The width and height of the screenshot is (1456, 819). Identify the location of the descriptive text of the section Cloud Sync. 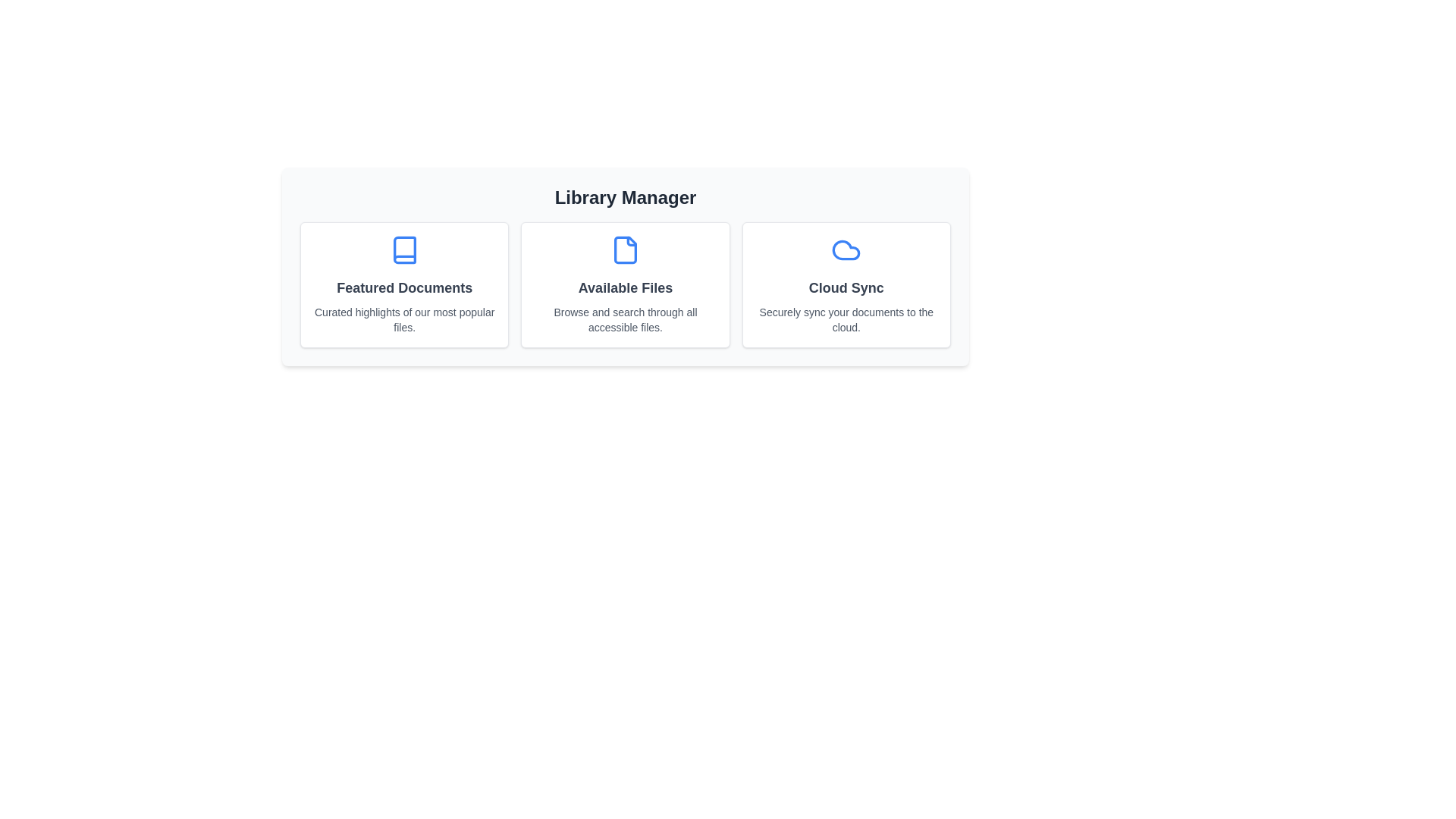
(846, 318).